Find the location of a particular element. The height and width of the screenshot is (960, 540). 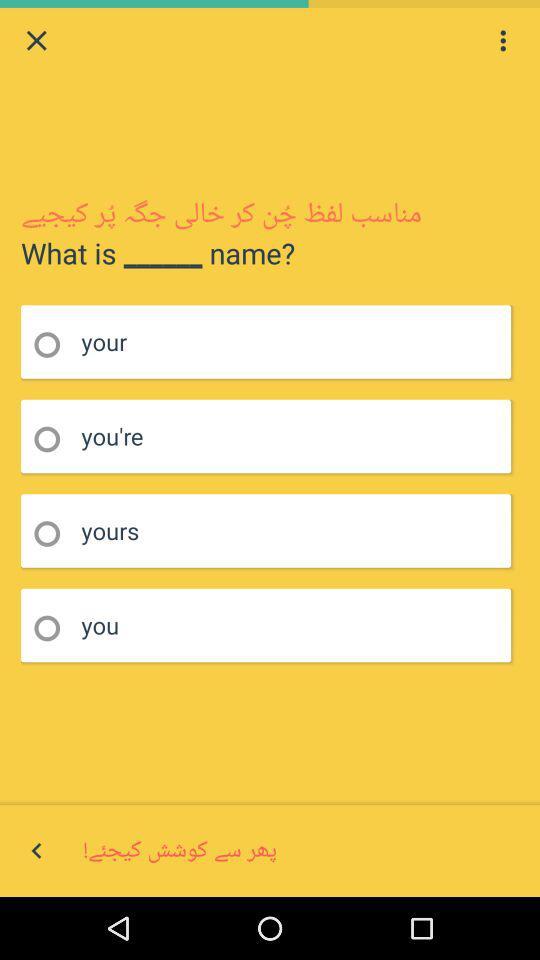

radio button is located at coordinates (53, 345).